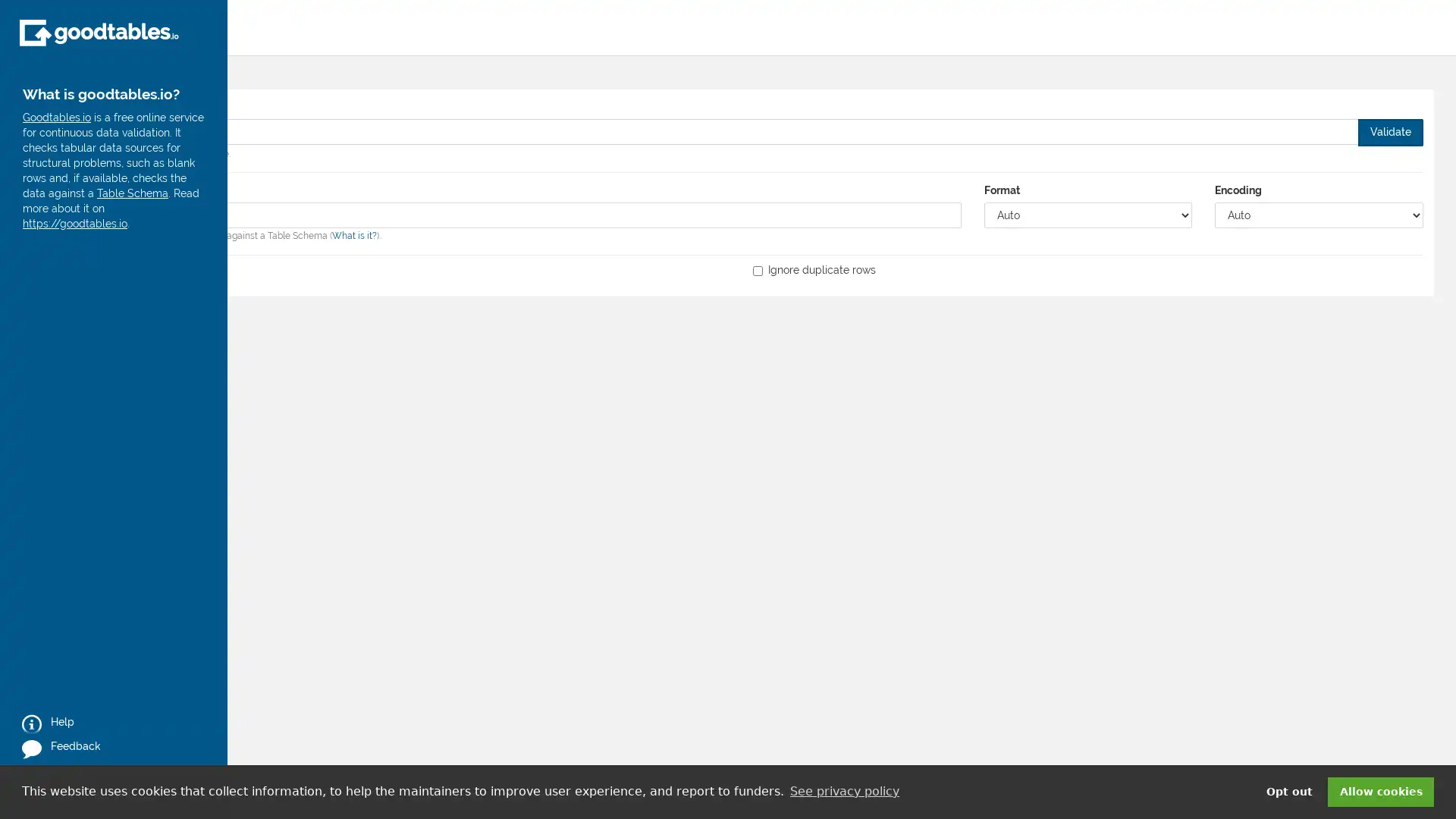 This screenshot has width=1456, height=819. What do you see at coordinates (1380, 791) in the screenshot?
I see `dismiss cookie message` at bounding box center [1380, 791].